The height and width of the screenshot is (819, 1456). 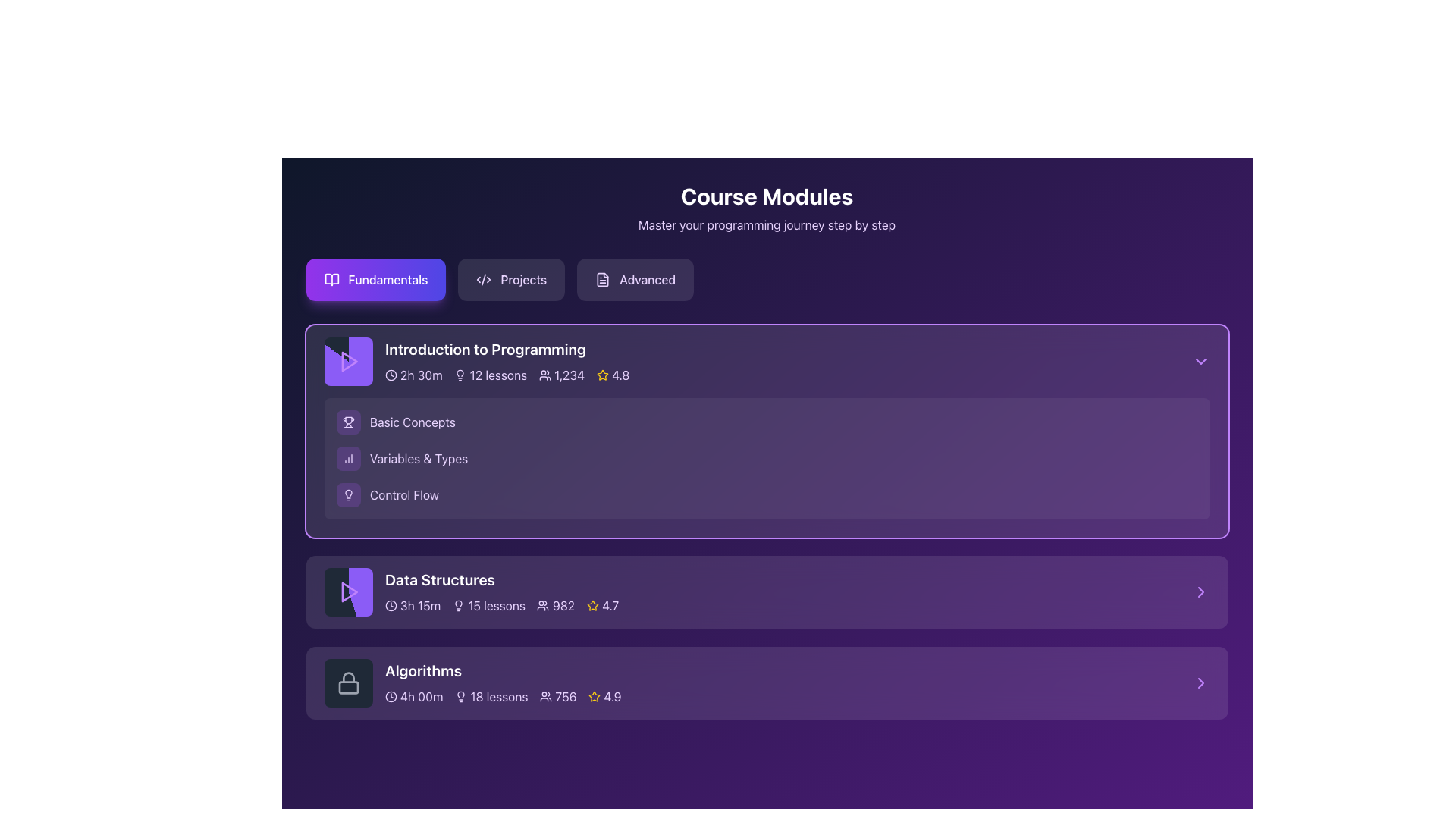 What do you see at coordinates (613, 375) in the screenshot?
I see `the Rating display located on the far right of the metadata row in the 'Introduction to Programming' section, which visually indicates the quality or popularity of the course` at bounding box center [613, 375].